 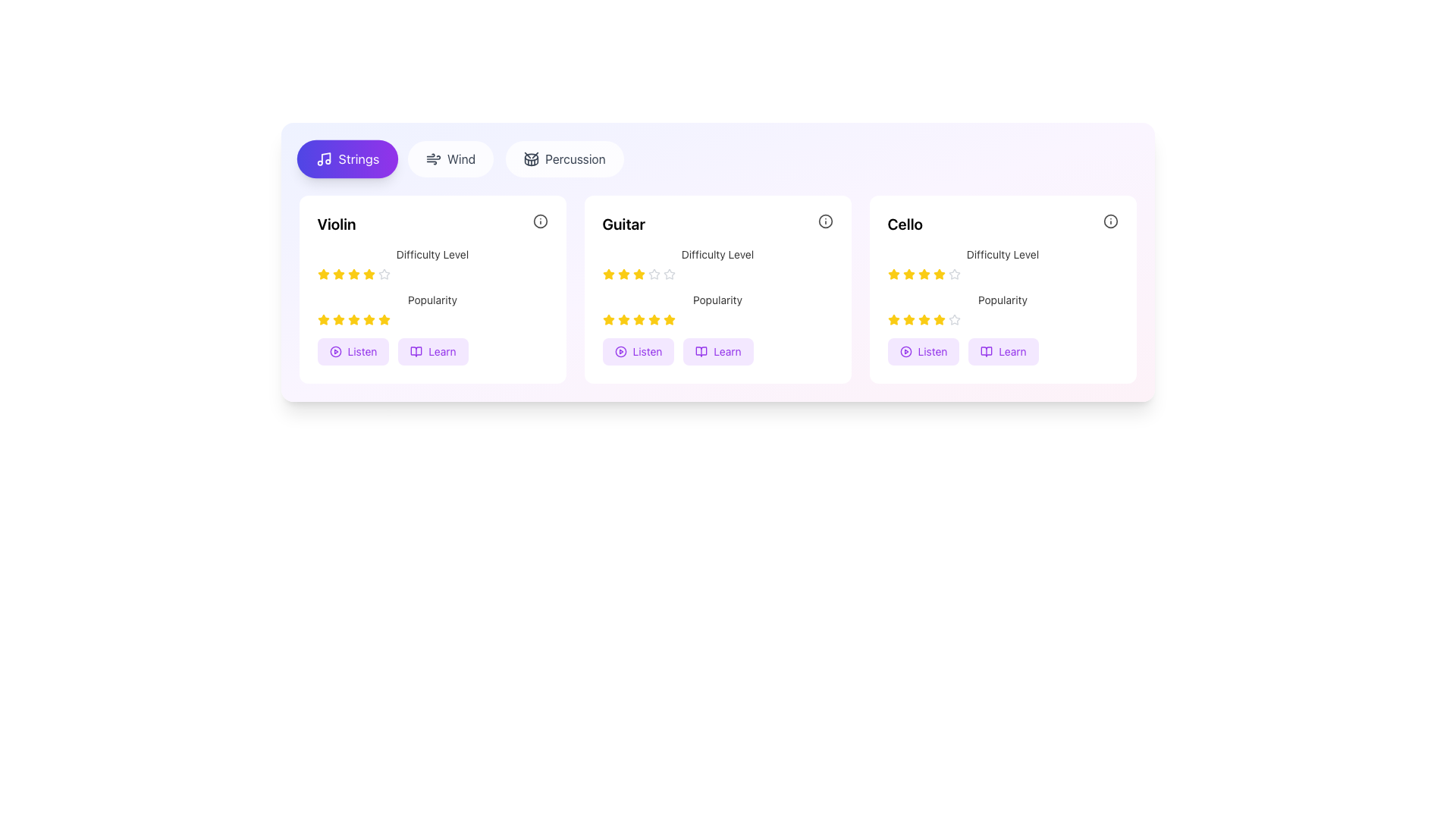 What do you see at coordinates (893, 275) in the screenshot?
I see `the first rating star icon in the third card under the 'Cello' heading, which represents one unit of rating in a five-star system` at bounding box center [893, 275].